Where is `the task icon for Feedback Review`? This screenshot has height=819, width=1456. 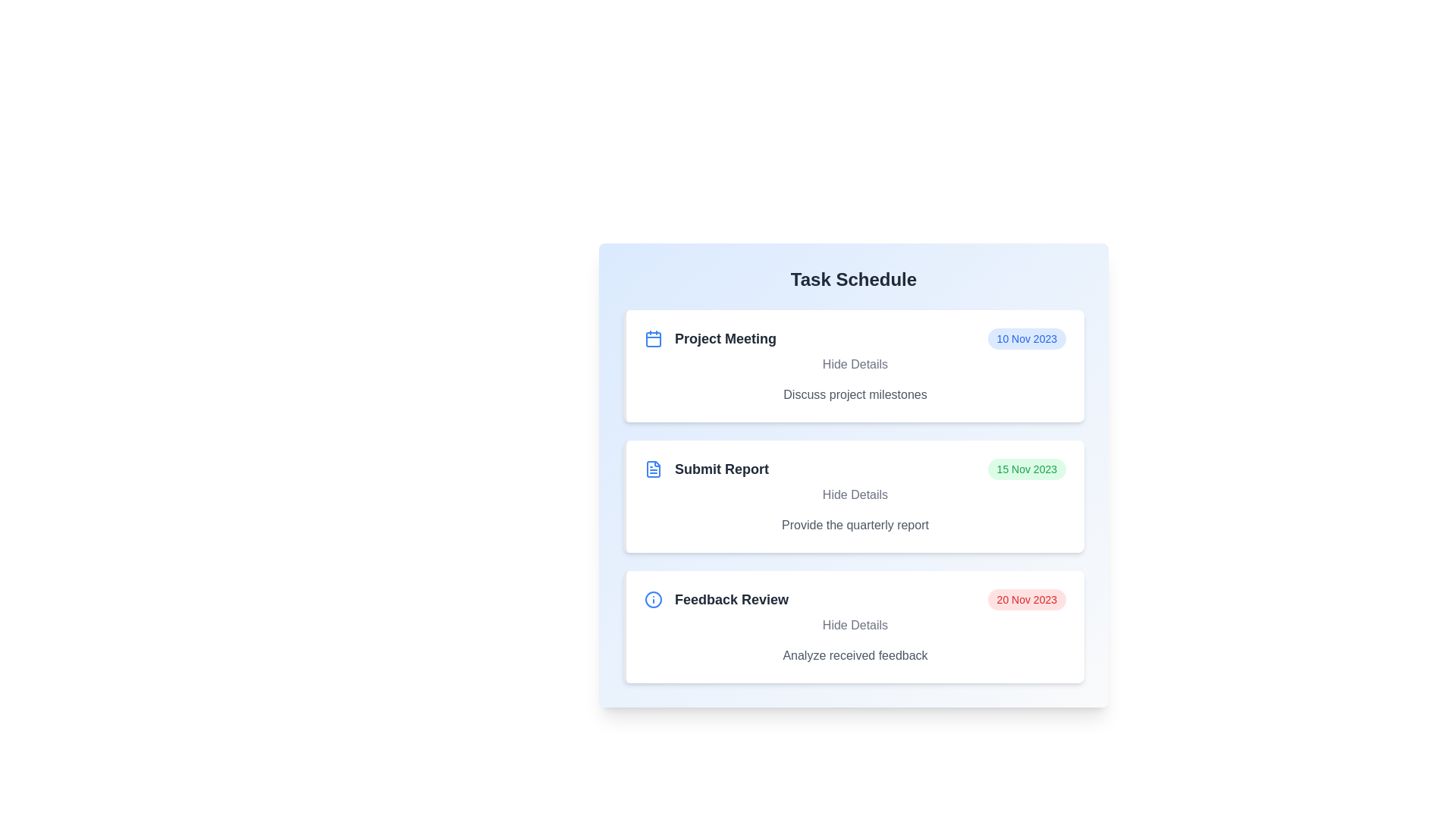 the task icon for Feedback Review is located at coordinates (654, 598).